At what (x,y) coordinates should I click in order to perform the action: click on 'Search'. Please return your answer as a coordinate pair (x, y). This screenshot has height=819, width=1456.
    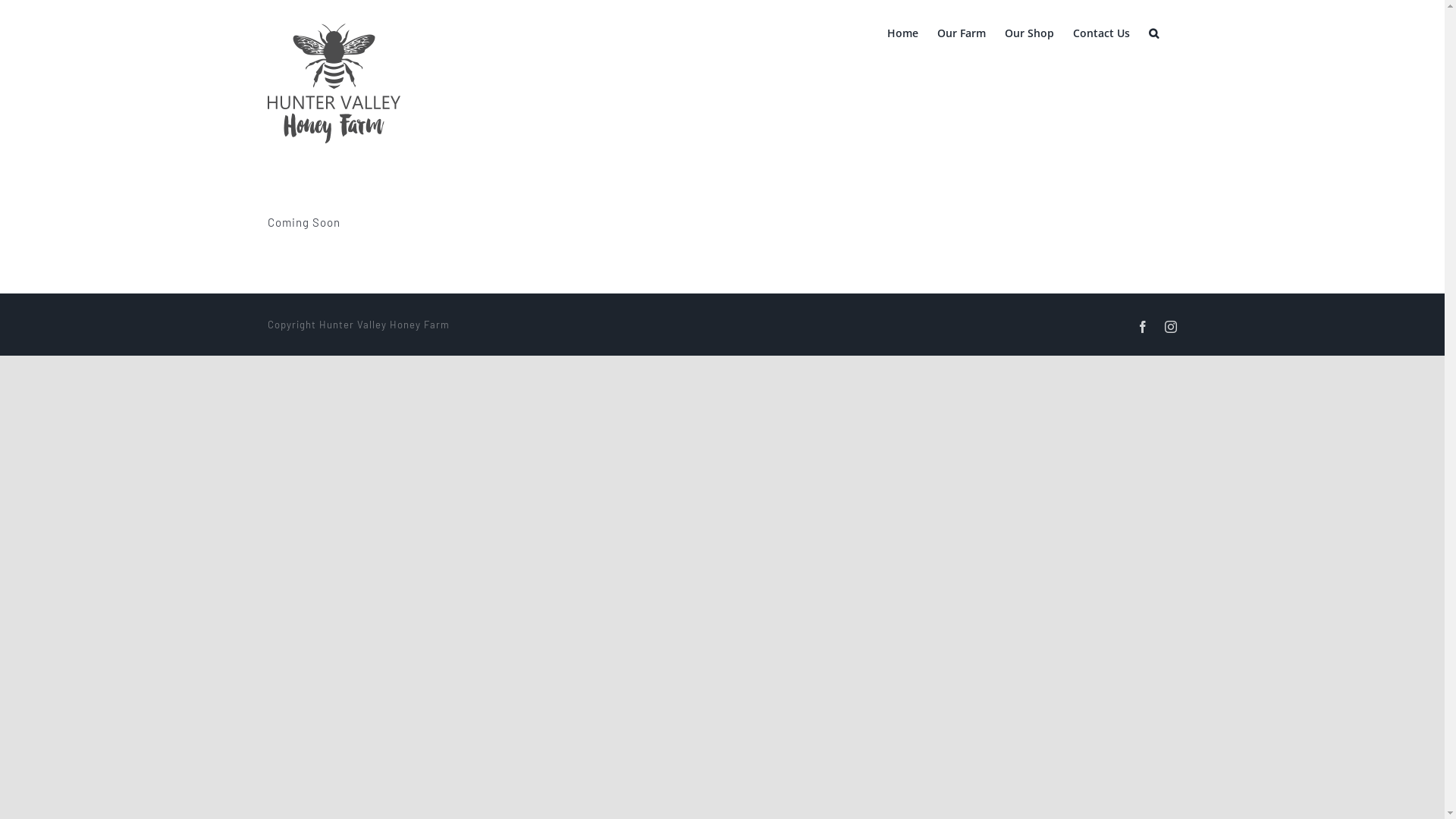
    Looking at the image, I should click on (1147, 32).